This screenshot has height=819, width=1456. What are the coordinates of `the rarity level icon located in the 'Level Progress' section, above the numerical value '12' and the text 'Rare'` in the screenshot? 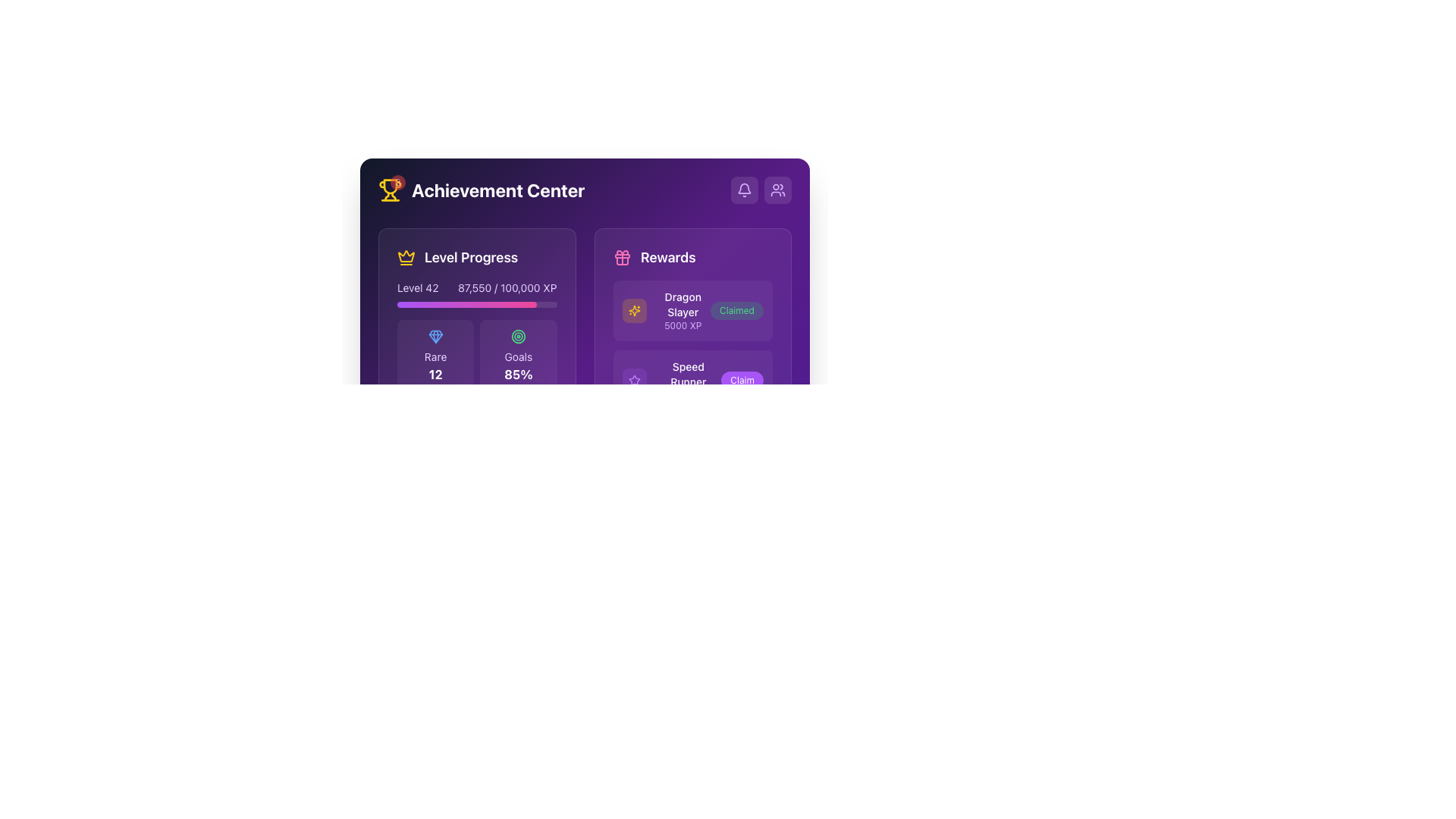 It's located at (435, 335).